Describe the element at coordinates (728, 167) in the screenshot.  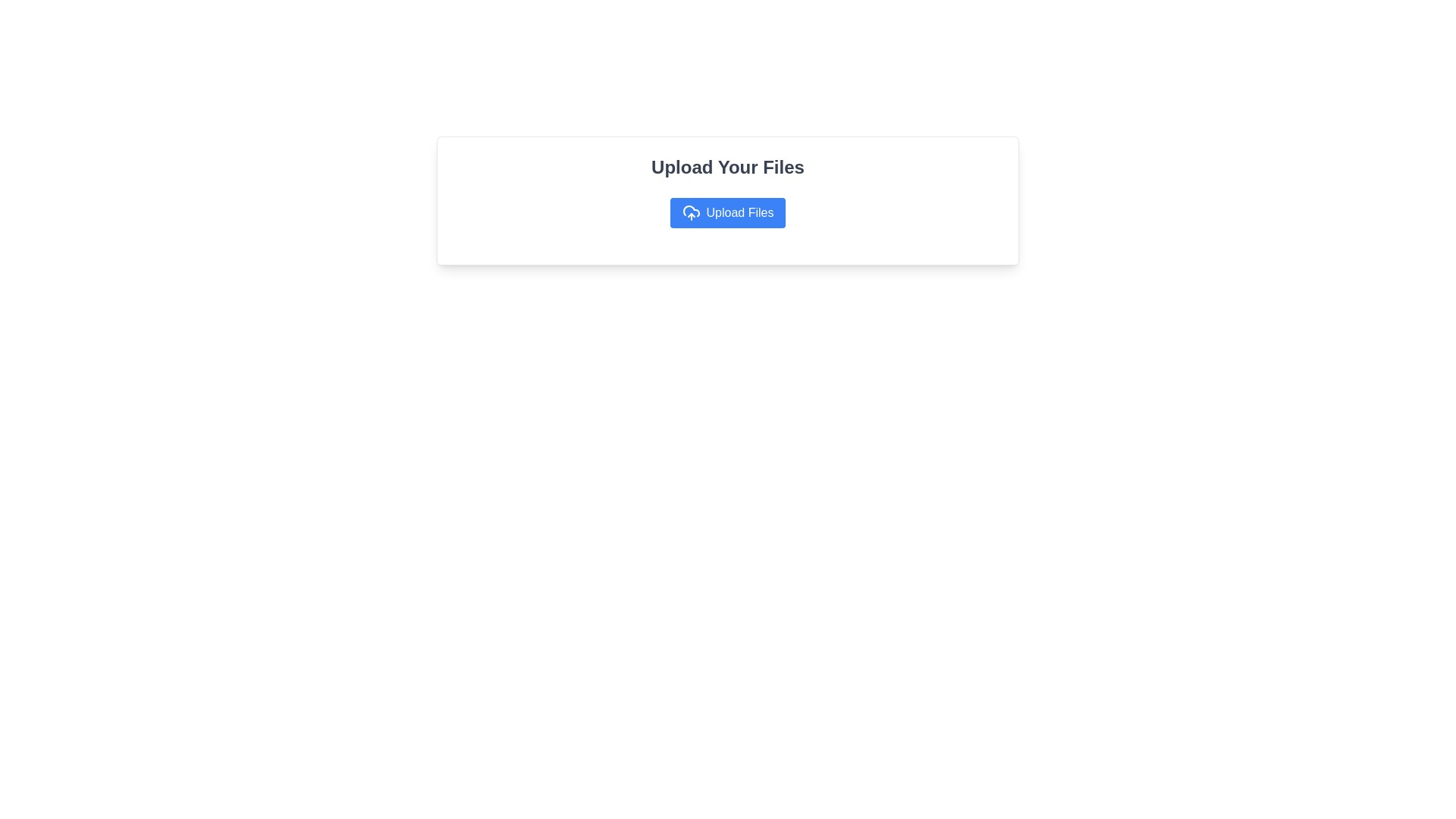
I see `the heading text indicating the primary purpose of uploading files, which is positioned above the 'Upload Files' button` at that location.